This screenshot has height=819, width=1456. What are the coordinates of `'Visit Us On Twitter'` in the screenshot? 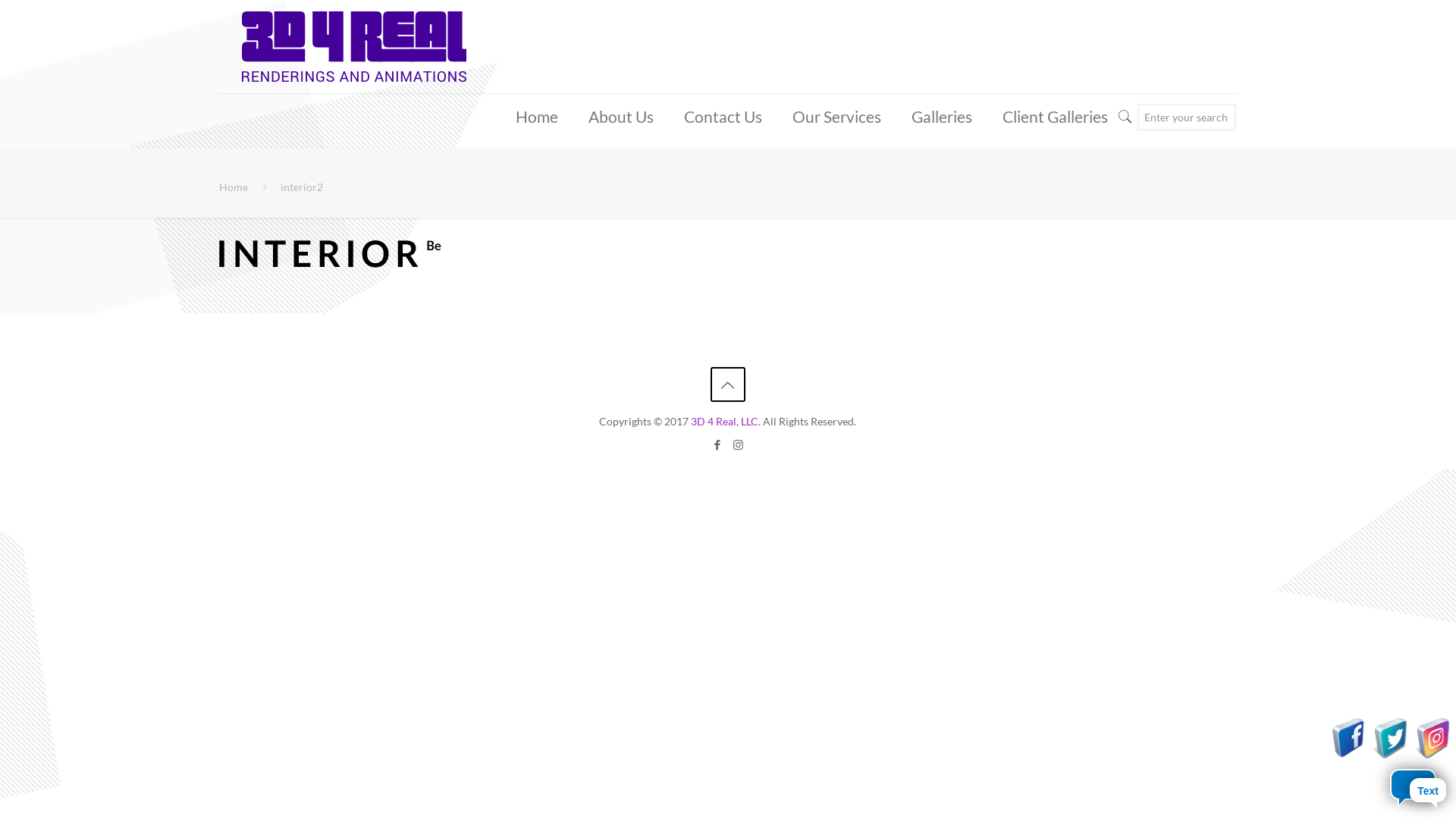 It's located at (1390, 754).